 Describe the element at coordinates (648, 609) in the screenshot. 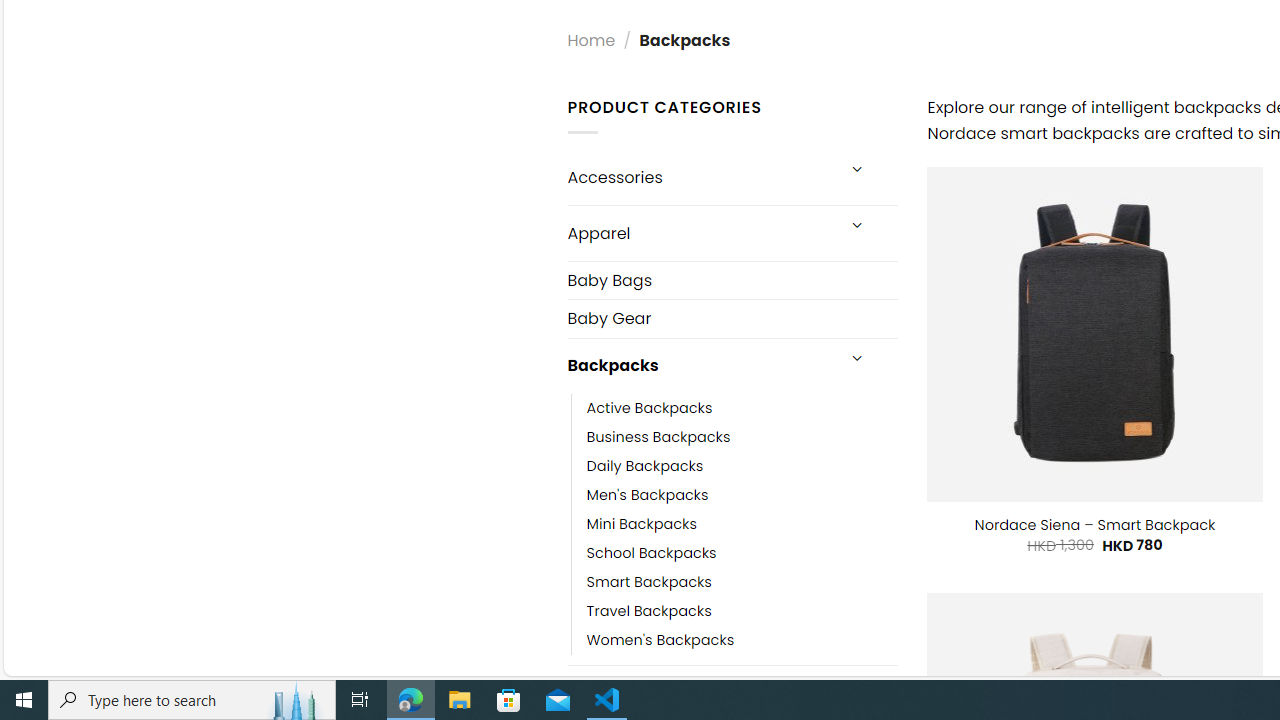

I see `'Travel Backpacks'` at that location.